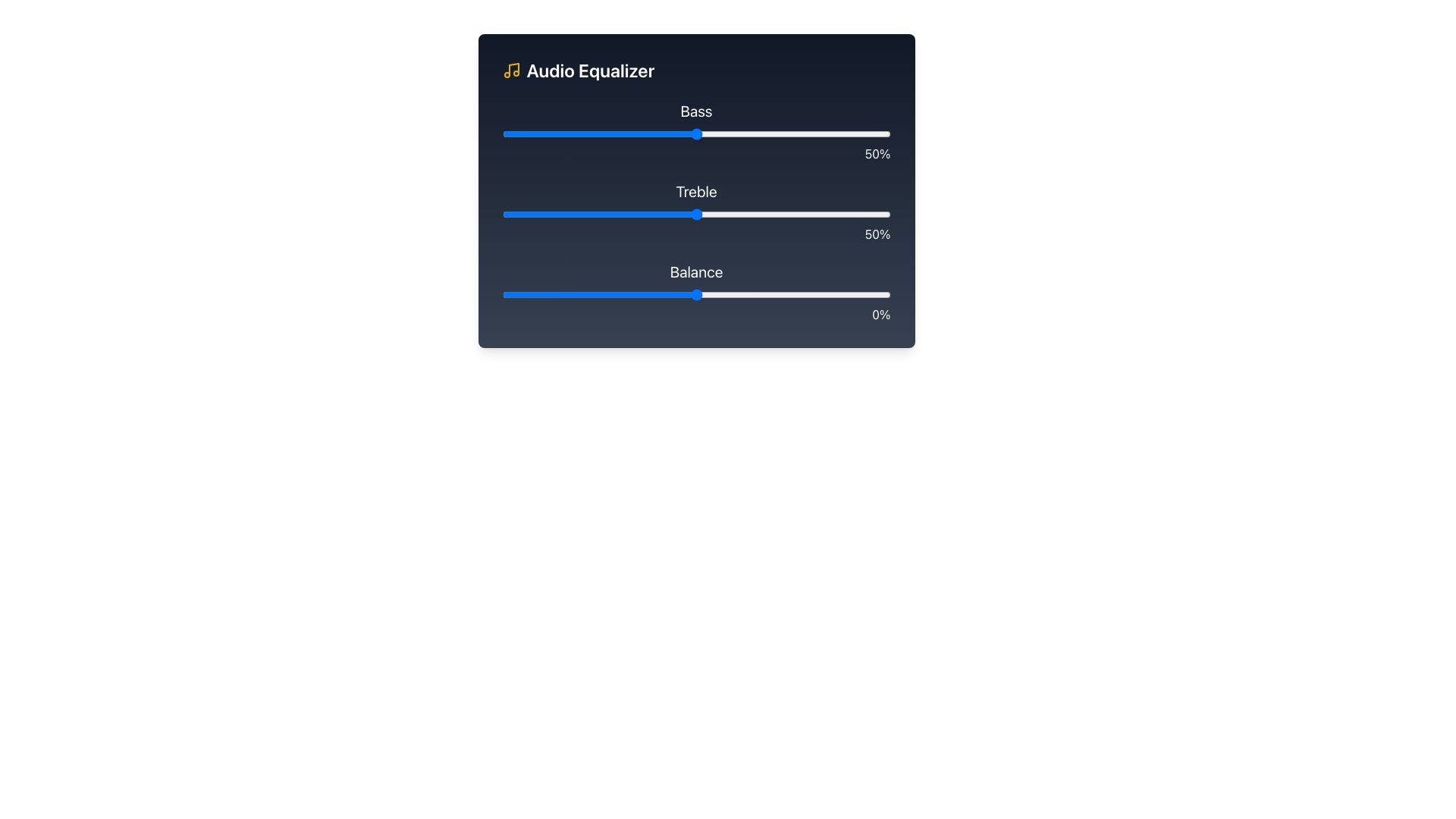 Image resolution: width=1456 pixels, height=819 pixels. I want to click on the Bass level, so click(552, 133).